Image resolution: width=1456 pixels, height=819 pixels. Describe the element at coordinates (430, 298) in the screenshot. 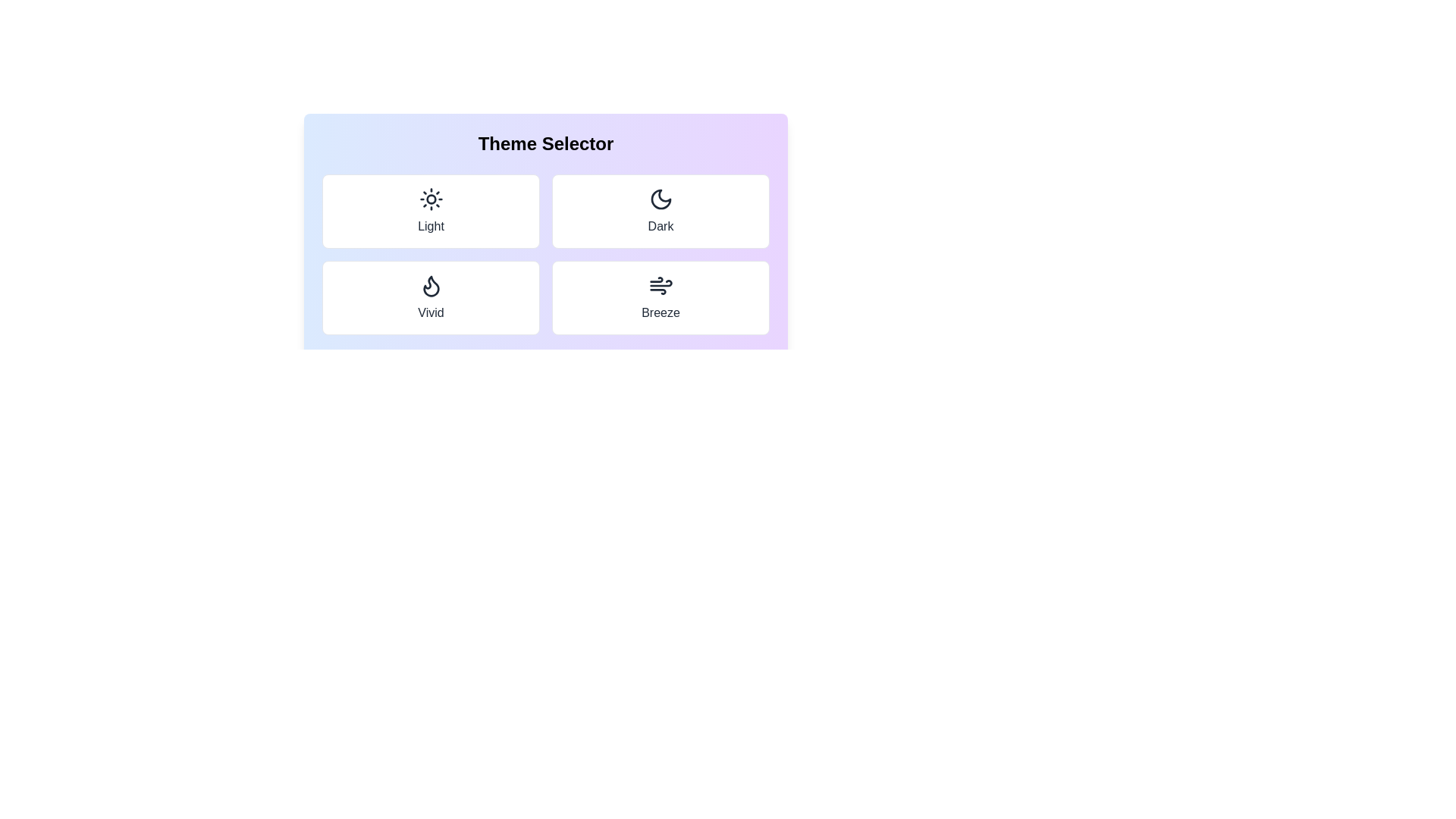

I see `the theme Vivid by clicking its corresponding tile` at that location.